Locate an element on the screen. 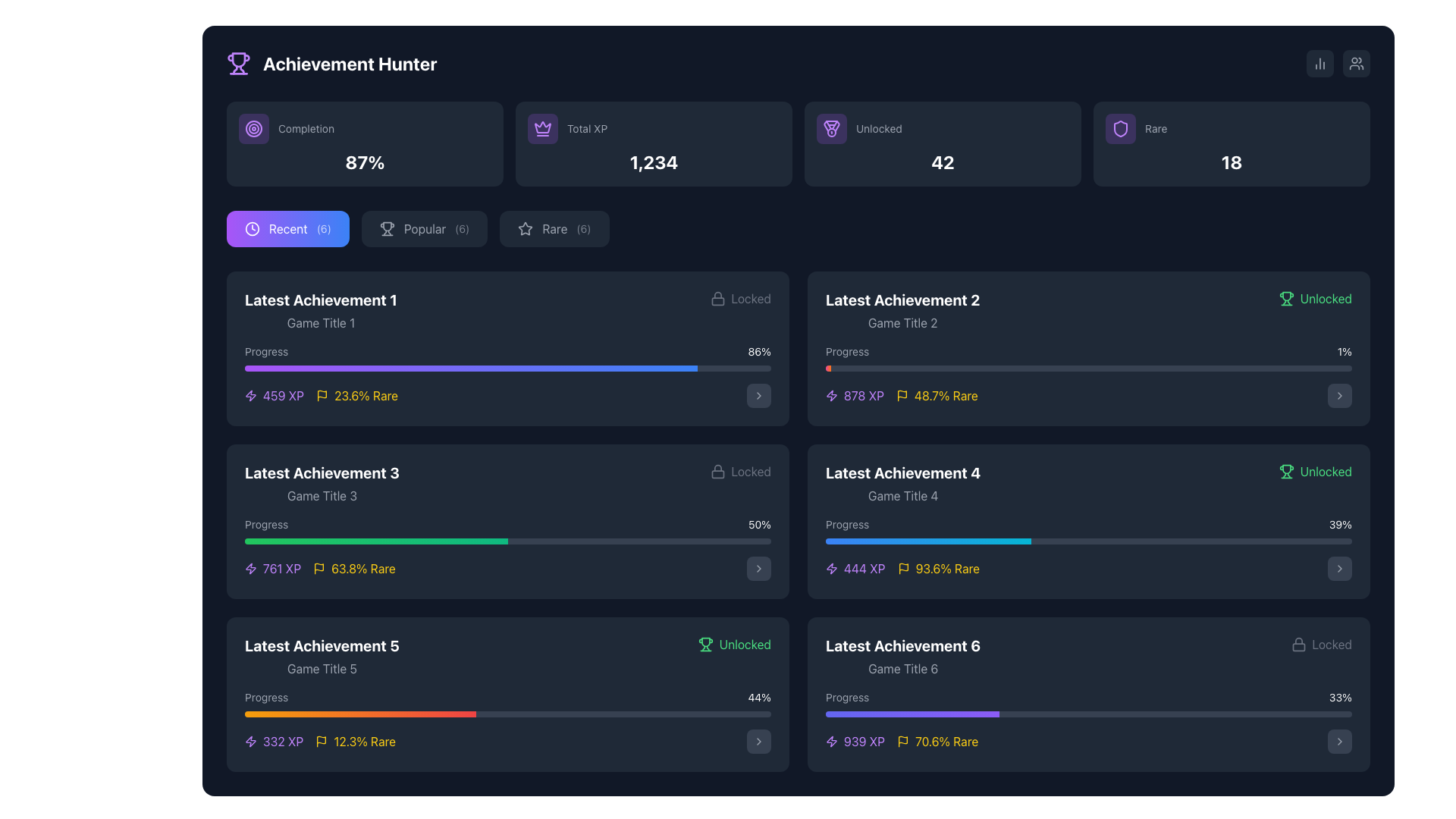 The image size is (1456, 819). the text label displaying experience points (XP) for 'Latest Achievement 5', located at the bottom left of the section, below the progress status bar is located at coordinates (283, 741).